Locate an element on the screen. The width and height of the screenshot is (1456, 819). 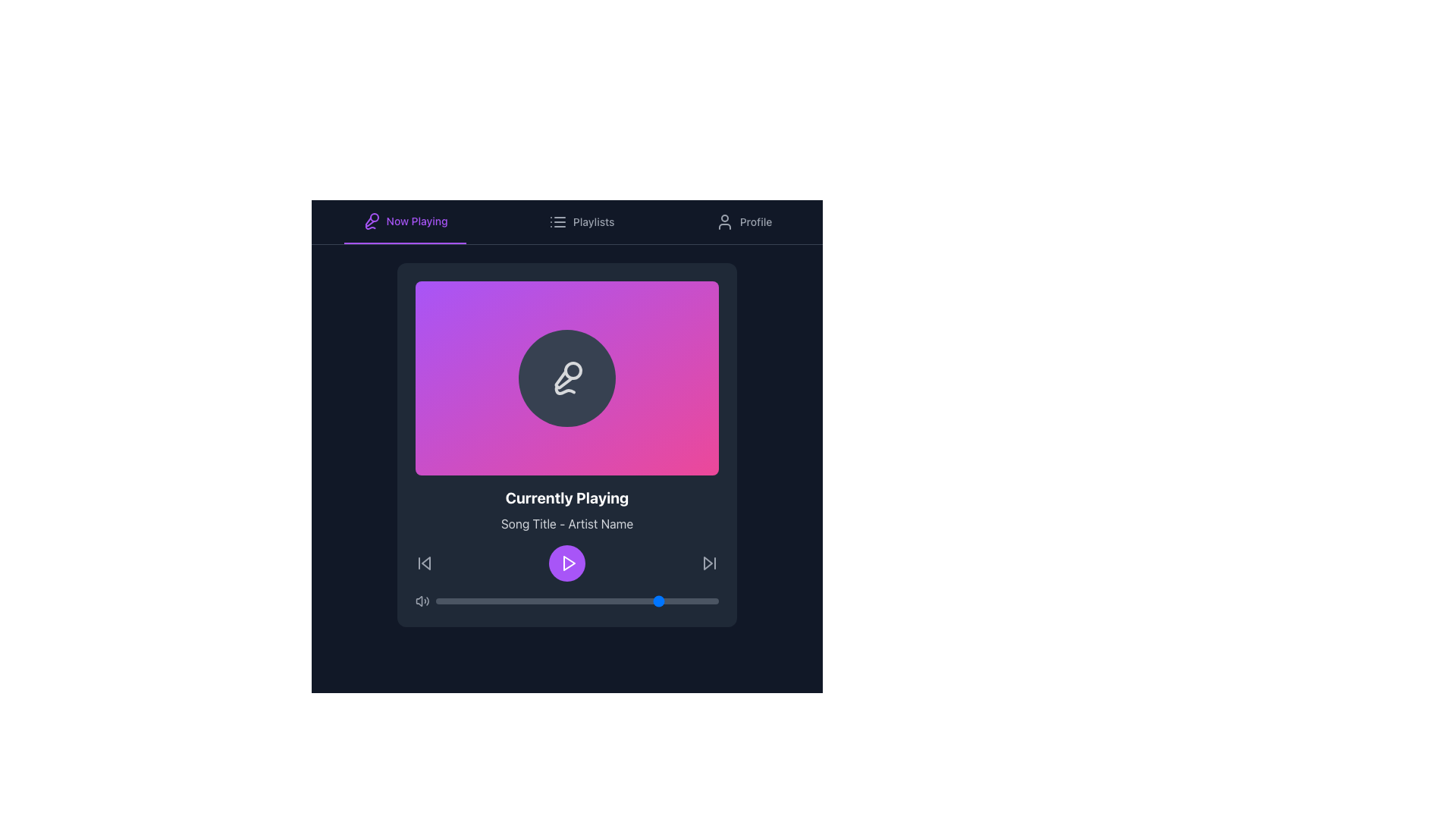
the play/pause button located centrally below the 'Currently Playing' text and flanked by skip backward and skip forward buttons to play or pause the media is located at coordinates (566, 563).